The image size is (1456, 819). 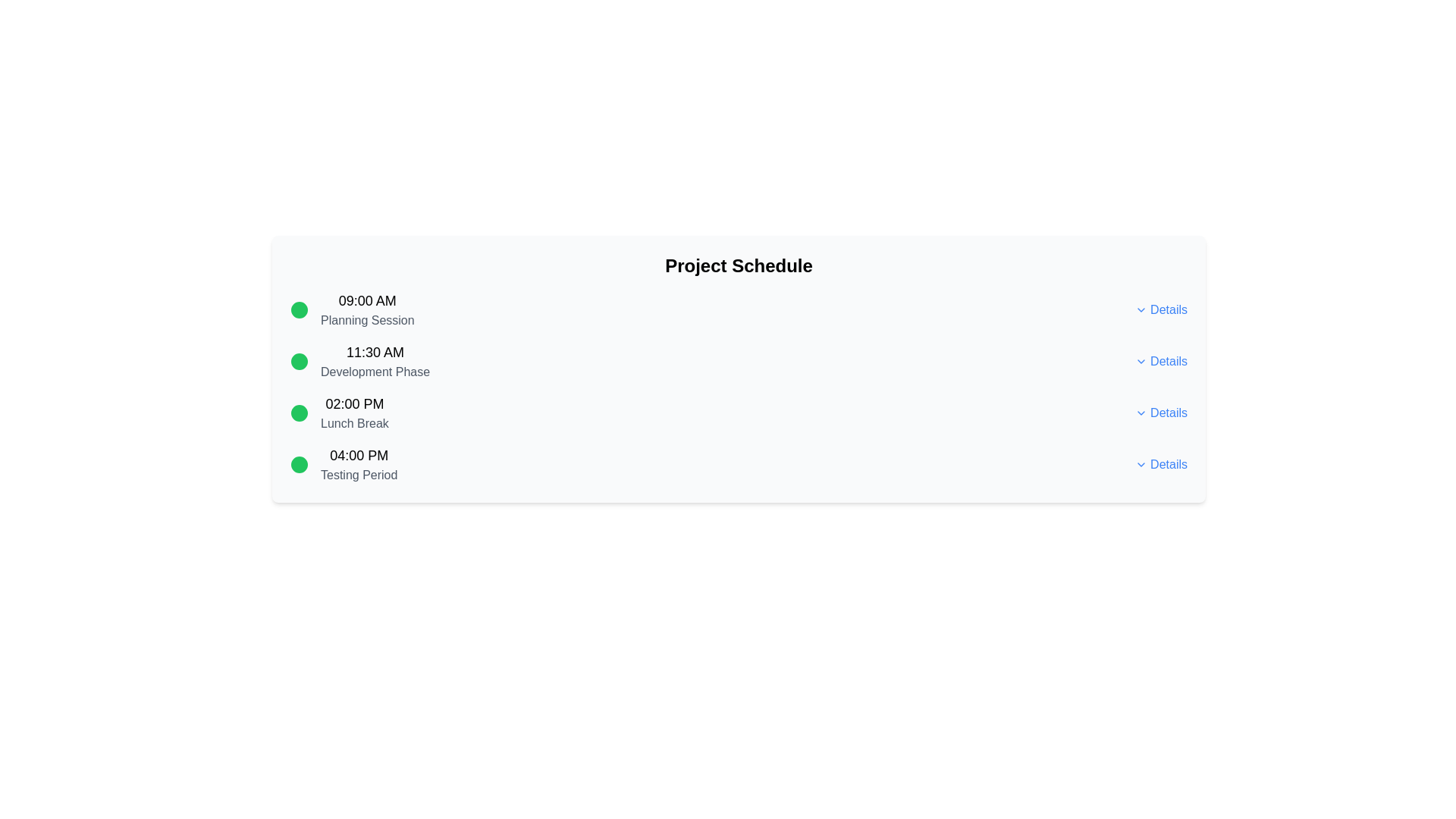 What do you see at coordinates (1168, 413) in the screenshot?
I see `the static text label 'Details' styled in blue, located in the fourth row of the structured list for the '04:00 PM - Testing Period' event` at bounding box center [1168, 413].